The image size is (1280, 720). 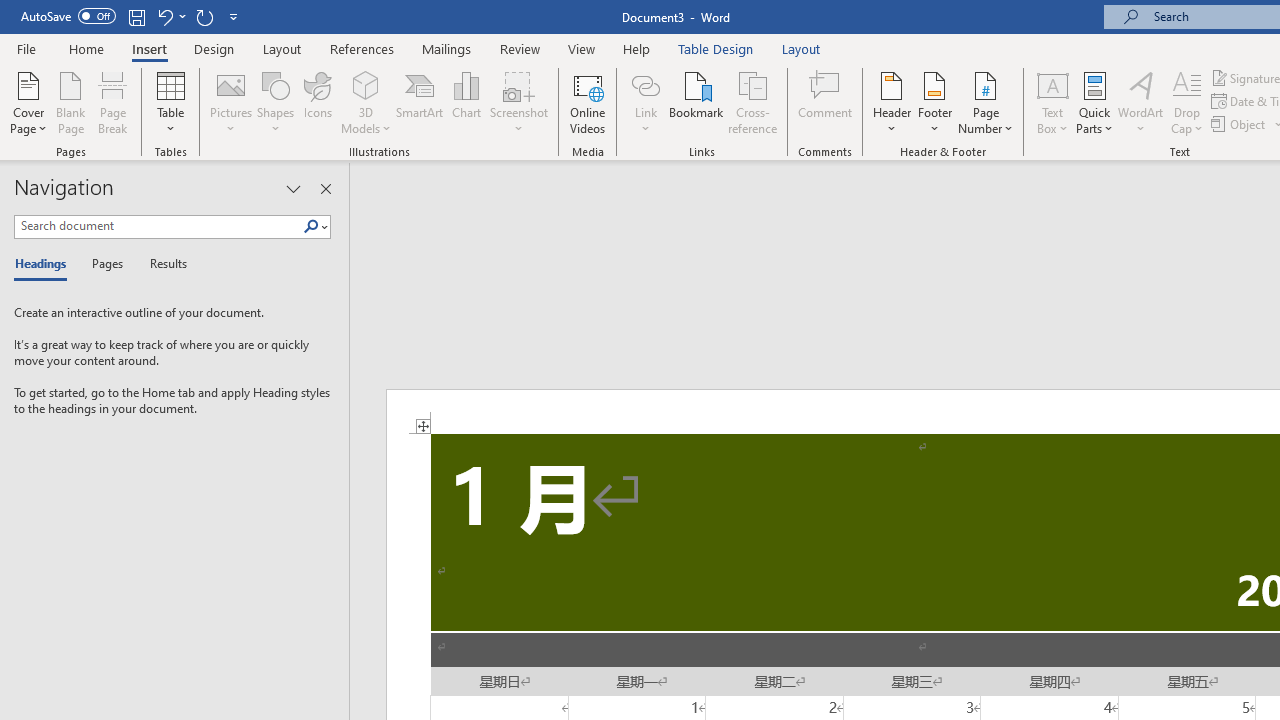 What do you see at coordinates (696, 103) in the screenshot?
I see `'Bookmark...'` at bounding box center [696, 103].